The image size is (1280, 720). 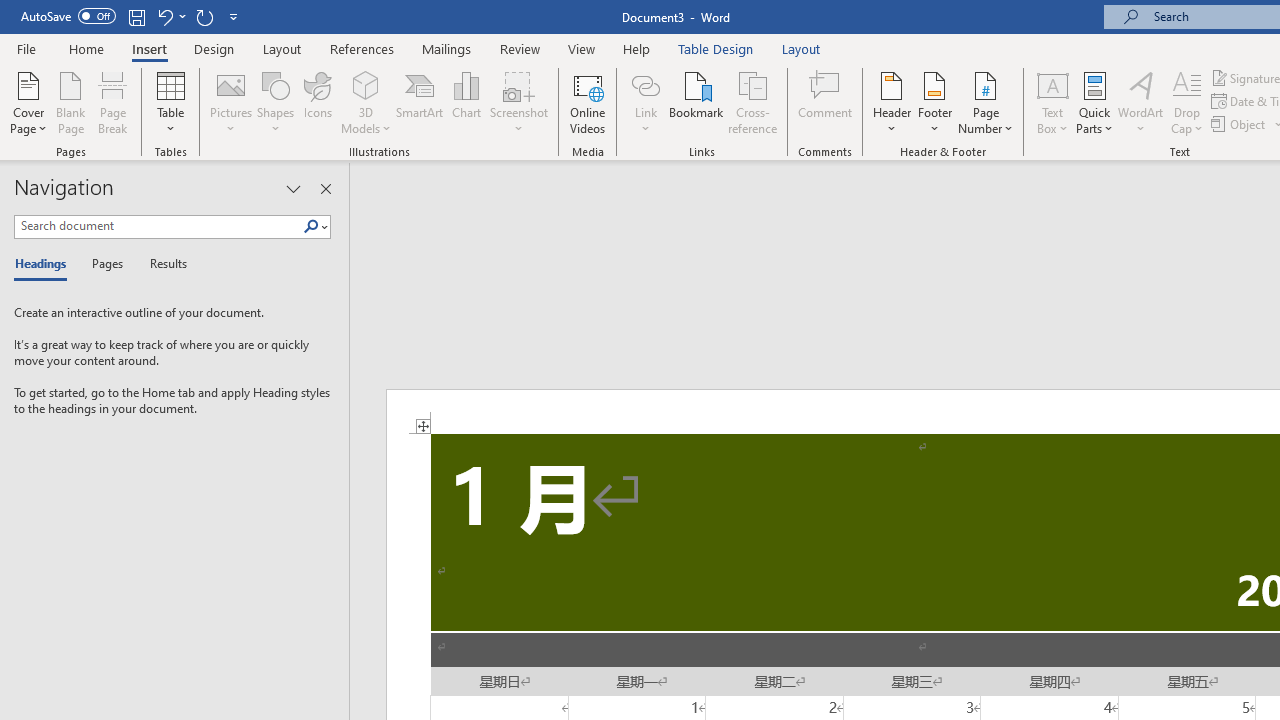 What do you see at coordinates (696, 103) in the screenshot?
I see `'Bookmark...'` at bounding box center [696, 103].